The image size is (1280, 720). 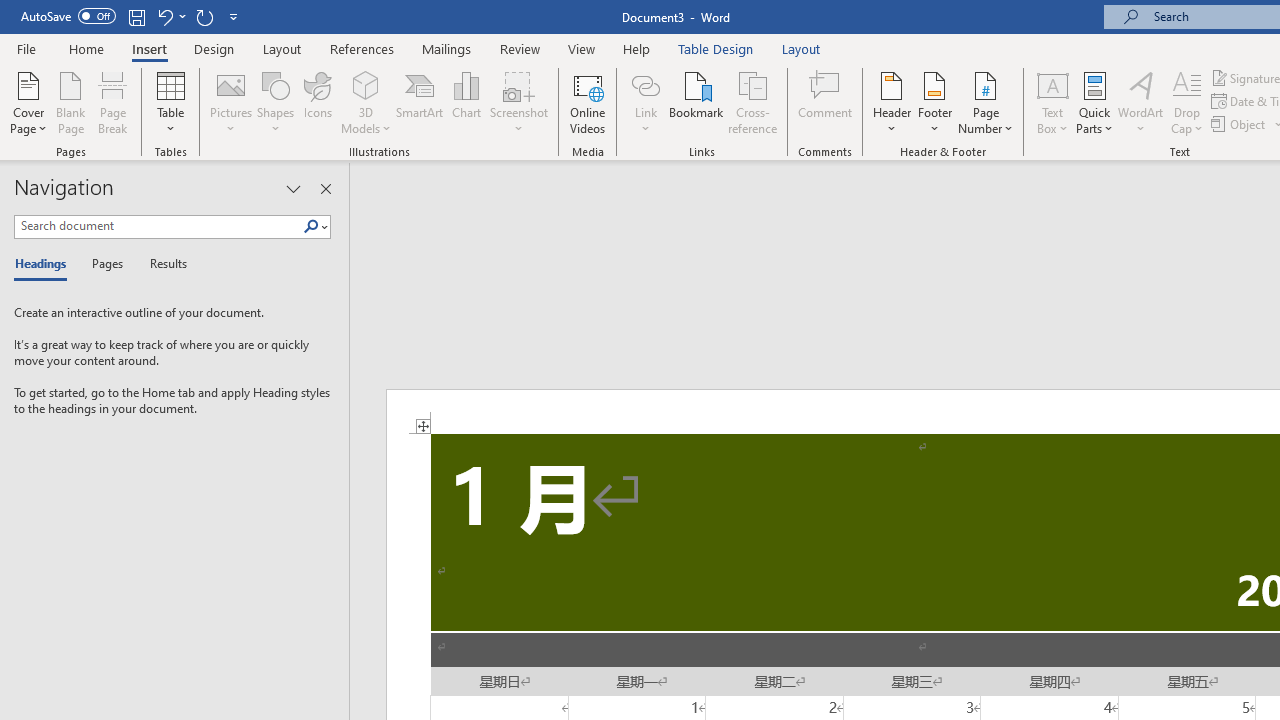 What do you see at coordinates (696, 103) in the screenshot?
I see `'Bookmark...'` at bounding box center [696, 103].